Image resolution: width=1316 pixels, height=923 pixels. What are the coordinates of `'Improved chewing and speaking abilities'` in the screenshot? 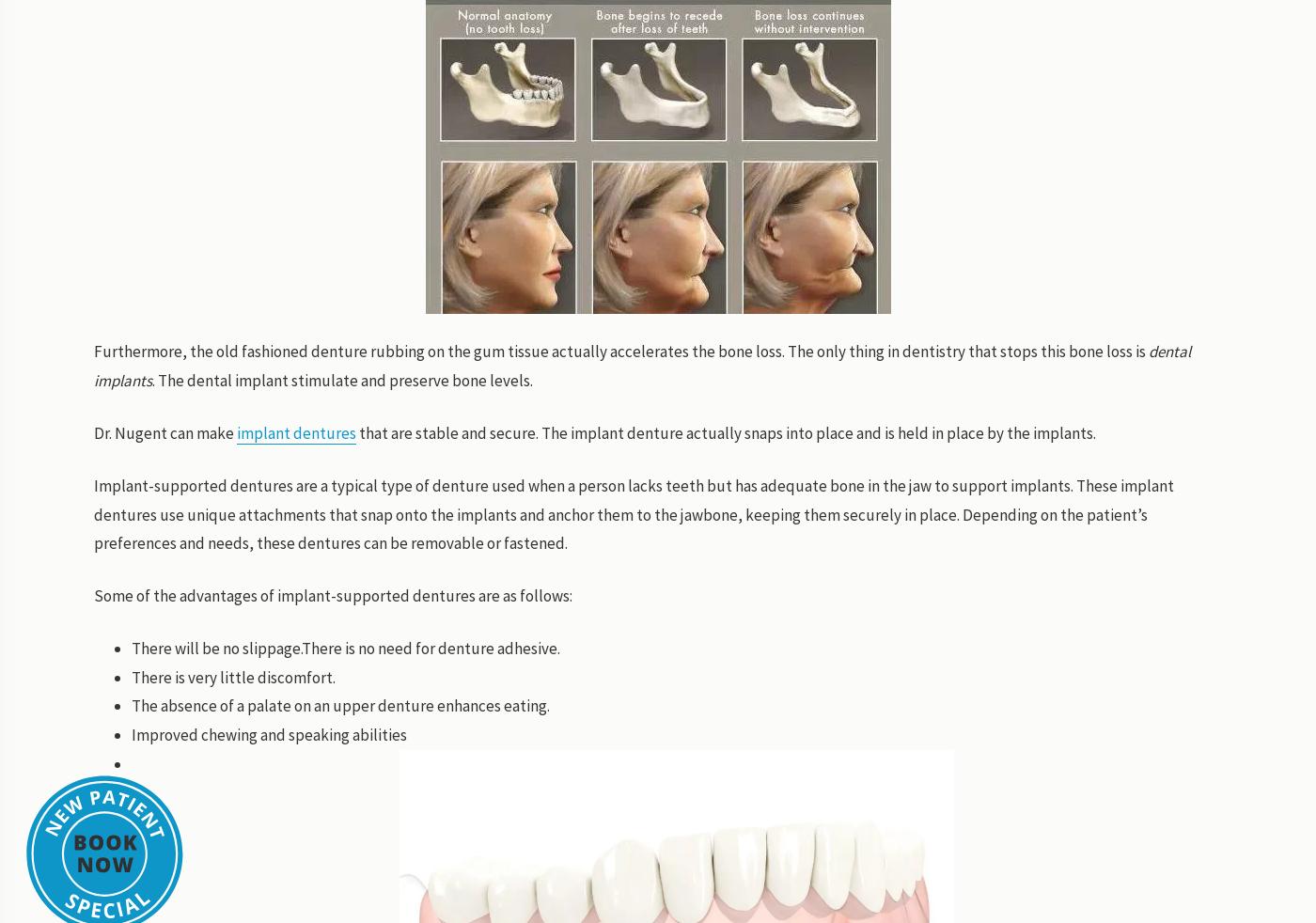 It's located at (269, 734).